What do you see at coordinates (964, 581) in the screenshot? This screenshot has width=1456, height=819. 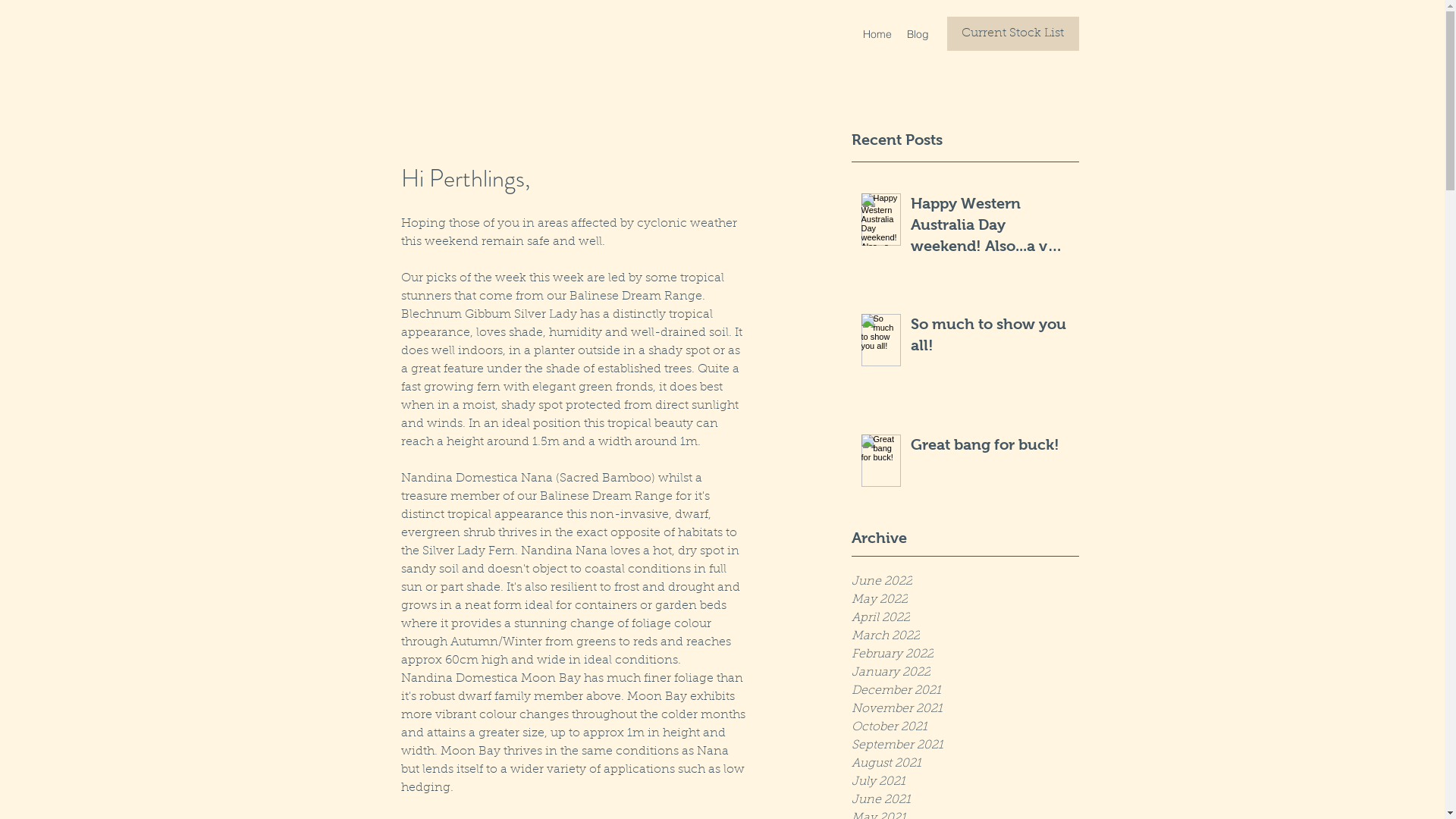 I see `'June 2022'` at bounding box center [964, 581].